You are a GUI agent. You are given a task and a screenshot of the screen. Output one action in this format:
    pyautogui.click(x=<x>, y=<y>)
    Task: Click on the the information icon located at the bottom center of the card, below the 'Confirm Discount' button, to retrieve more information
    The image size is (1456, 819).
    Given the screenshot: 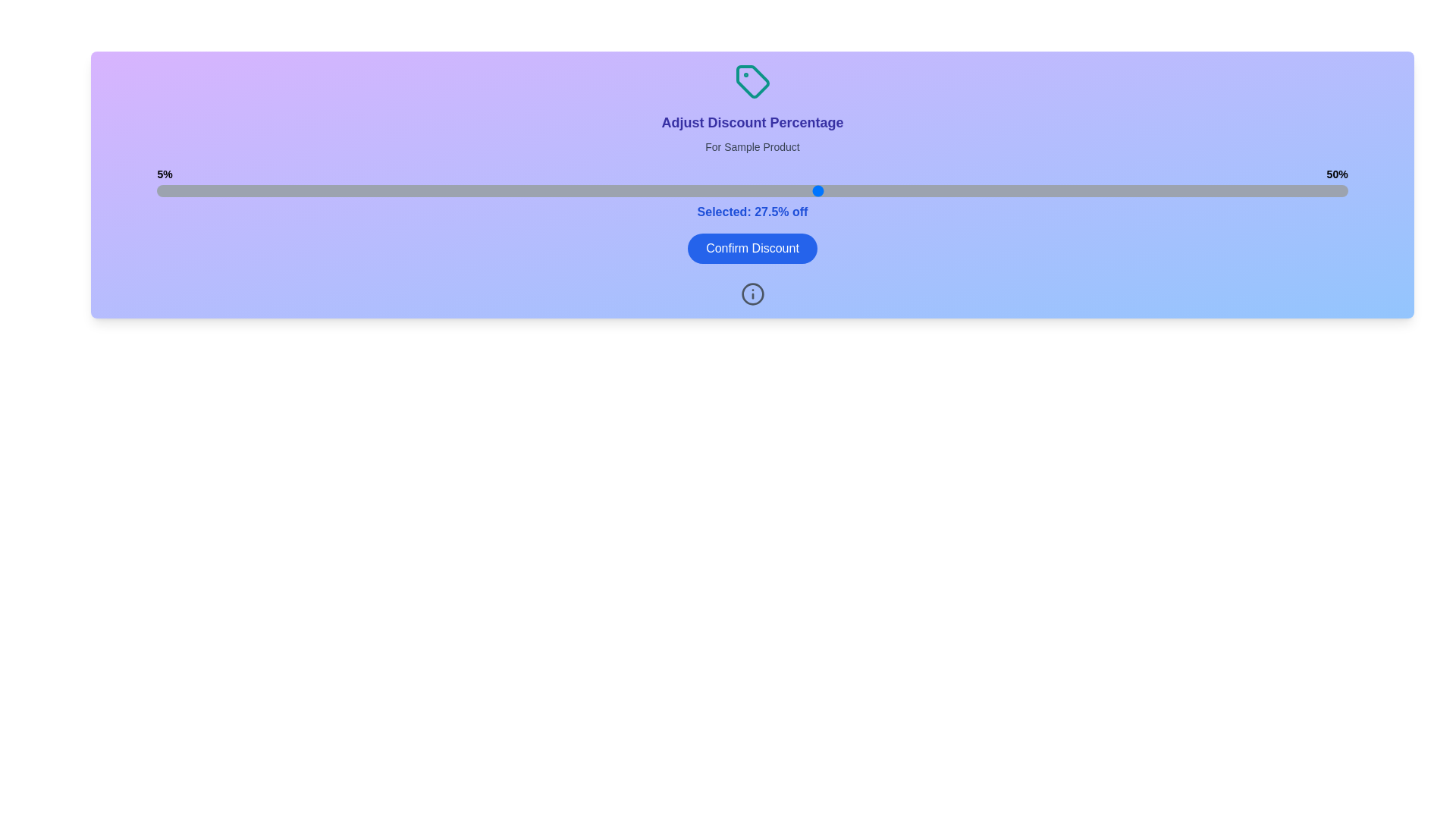 What is the action you would take?
    pyautogui.click(x=752, y=294)
    